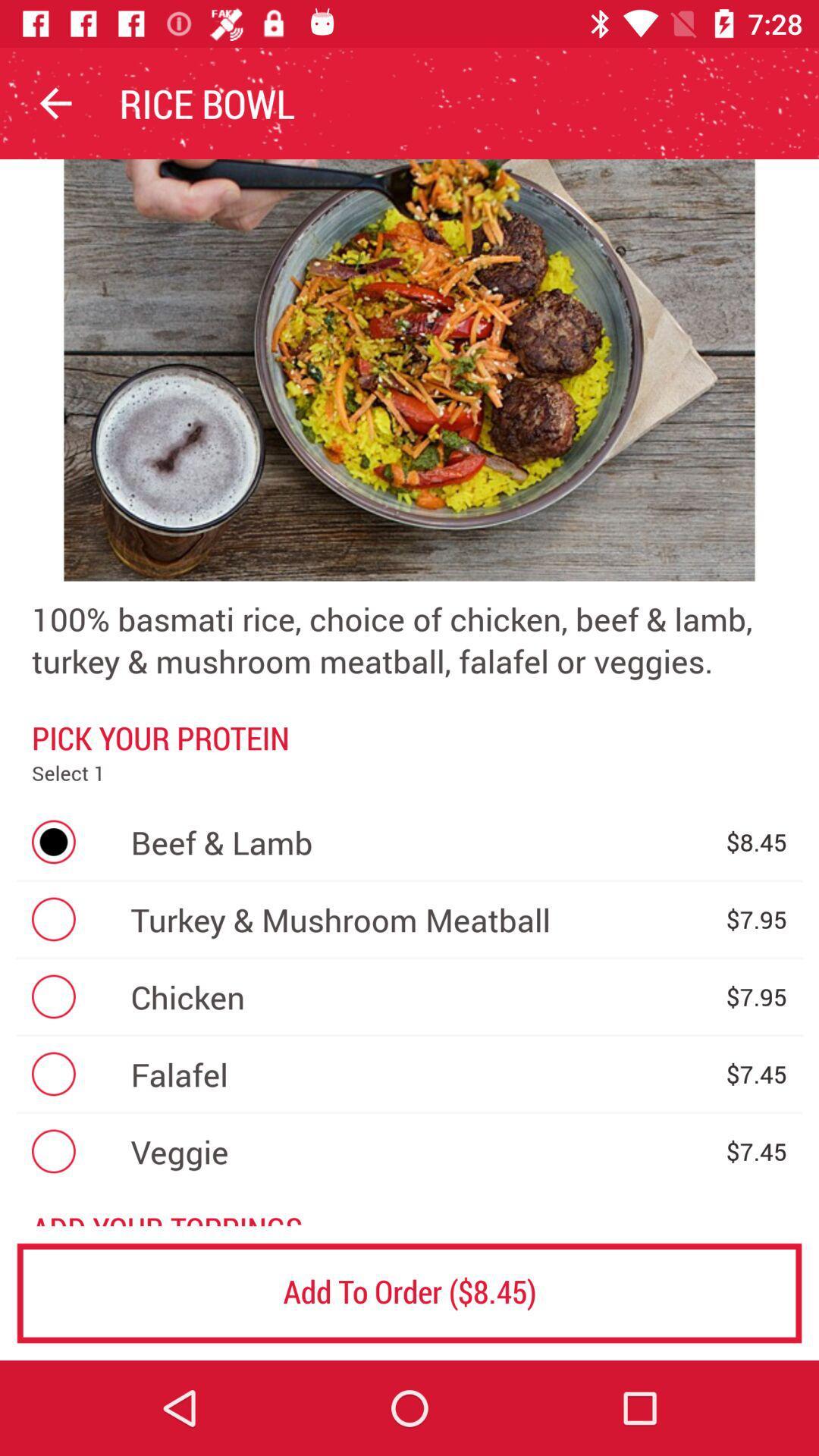 This screenshot has height=1456, width=819. I want to click on the item next to the $7.45, so click(420, 1151).